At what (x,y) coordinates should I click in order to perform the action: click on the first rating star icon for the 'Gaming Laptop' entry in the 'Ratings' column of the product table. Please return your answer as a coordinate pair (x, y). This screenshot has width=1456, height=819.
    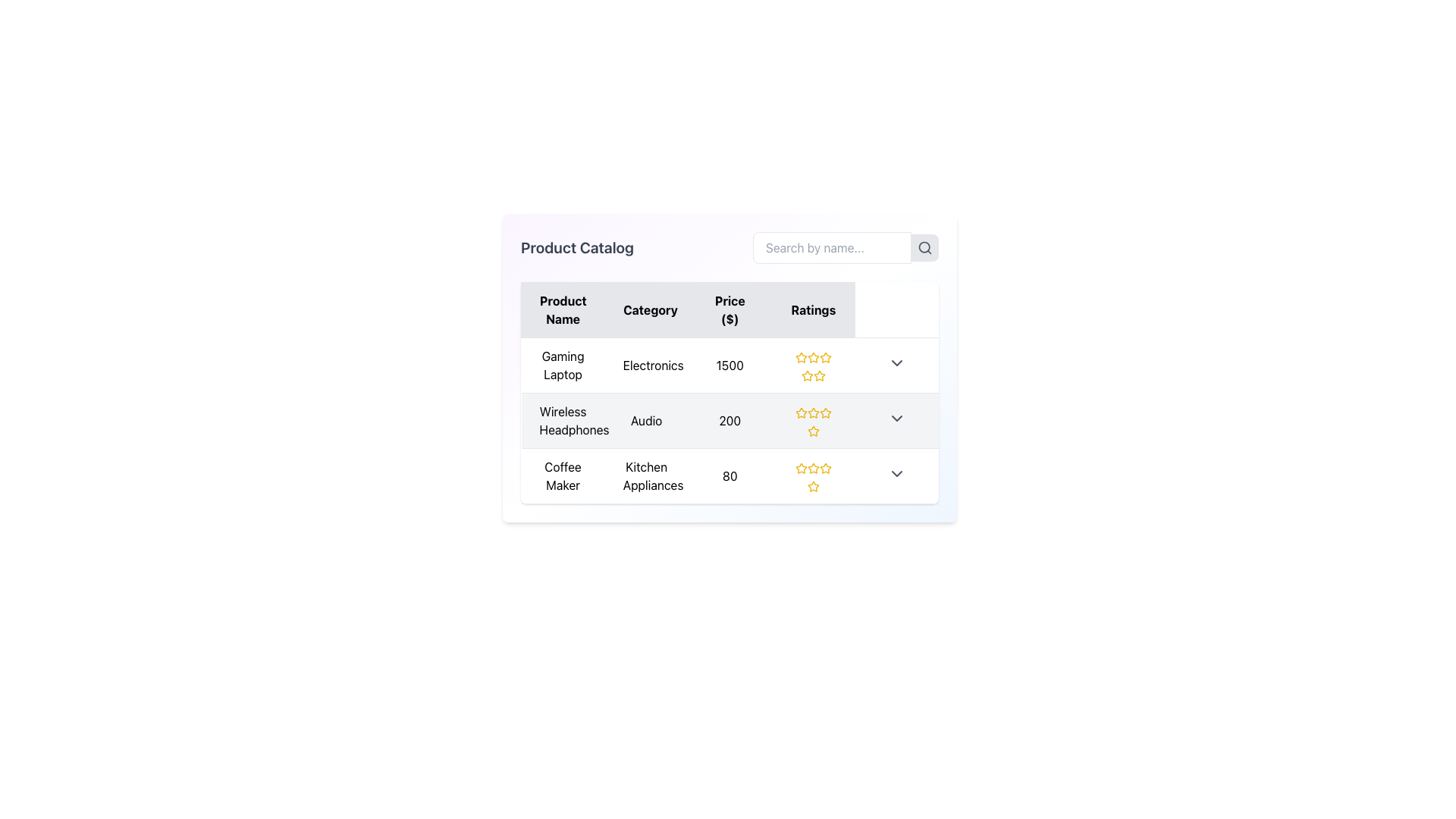
    Looking at the image, I should click on (800, 357).